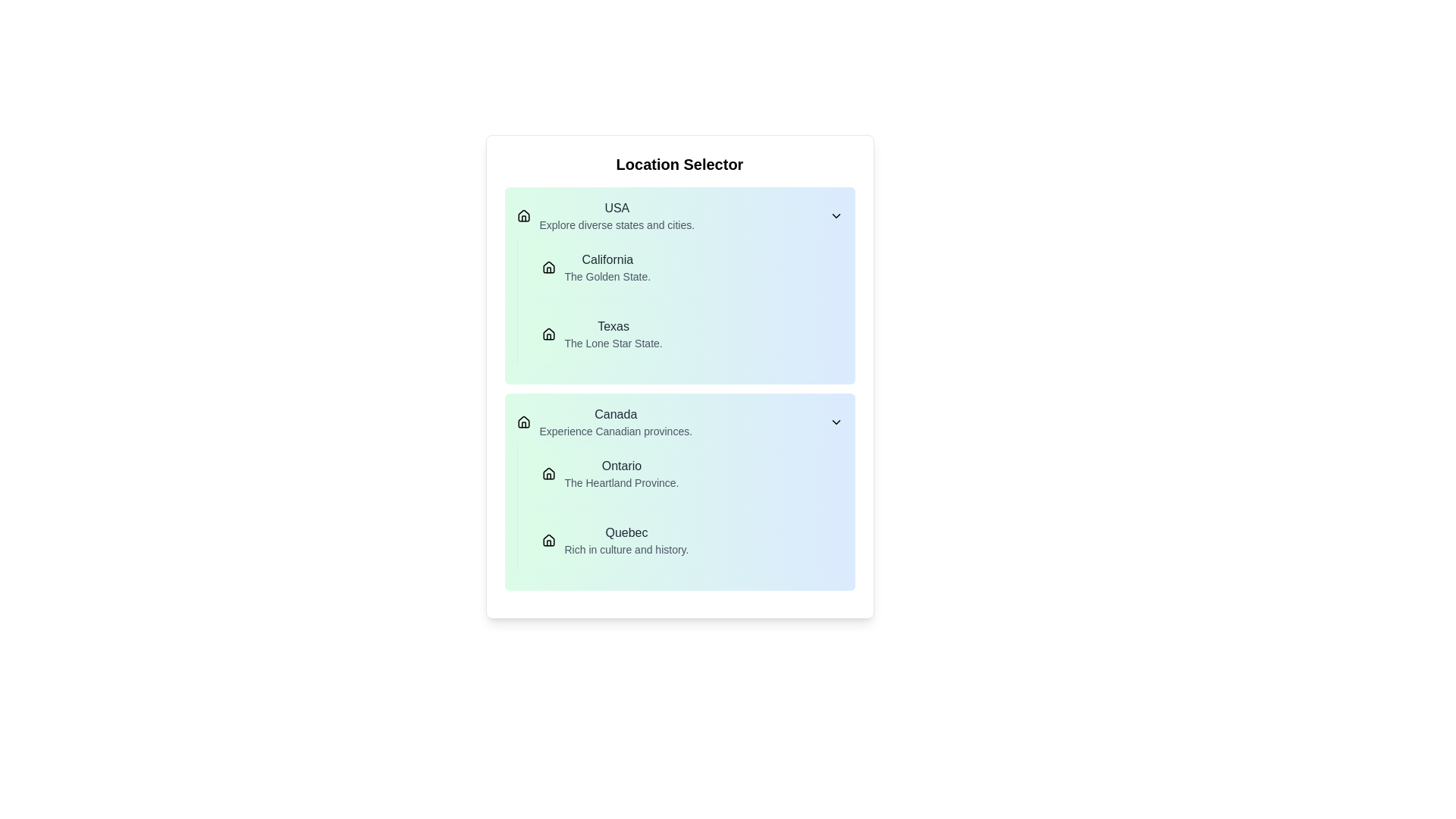  I want to click on the selectable list item for Texas, which is the second item under the 'Explore diverse states and cities.' section, so click(686, 333).